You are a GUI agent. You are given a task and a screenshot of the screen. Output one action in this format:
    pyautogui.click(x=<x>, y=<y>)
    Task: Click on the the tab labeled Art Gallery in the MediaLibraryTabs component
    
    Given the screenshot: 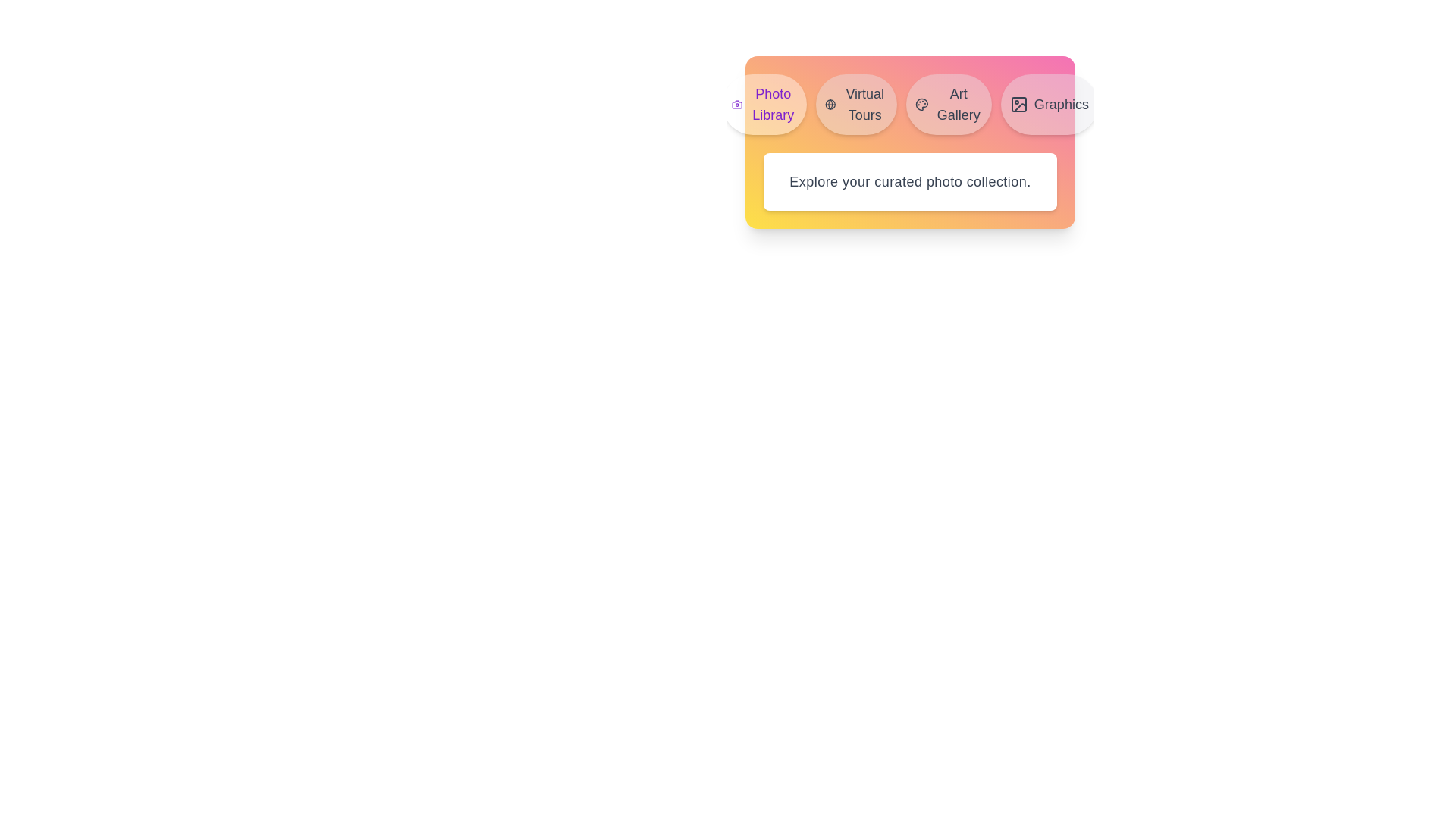 What is the action you would take?
    pyautogui.click(x=948, y=104)
    